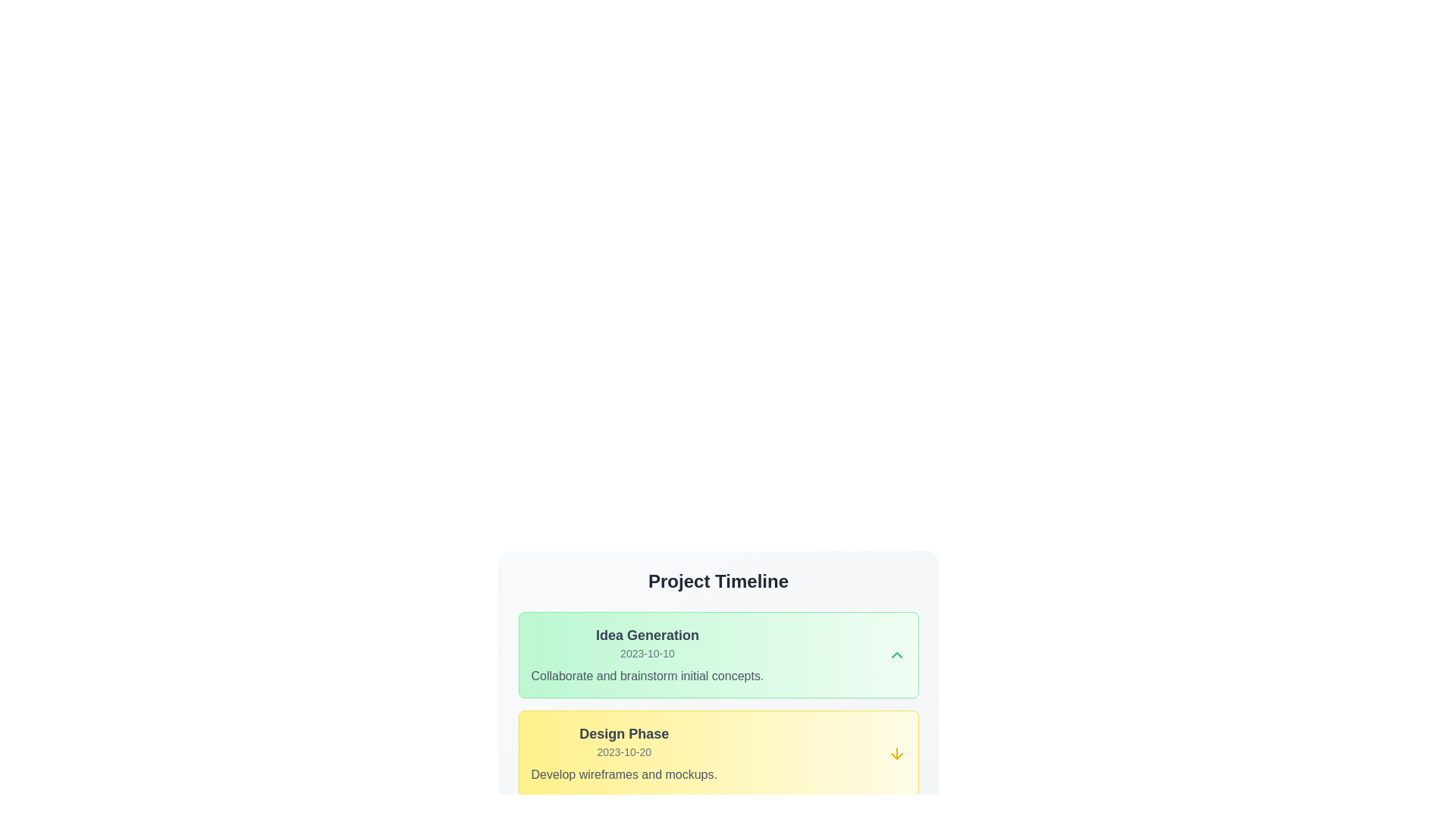 This screenshot has height=819, width=1456. I want to click on the content of the bold heading labeled 'Idea Generation' located at the top of the 'Project Timeline' section, so click(647, 635).